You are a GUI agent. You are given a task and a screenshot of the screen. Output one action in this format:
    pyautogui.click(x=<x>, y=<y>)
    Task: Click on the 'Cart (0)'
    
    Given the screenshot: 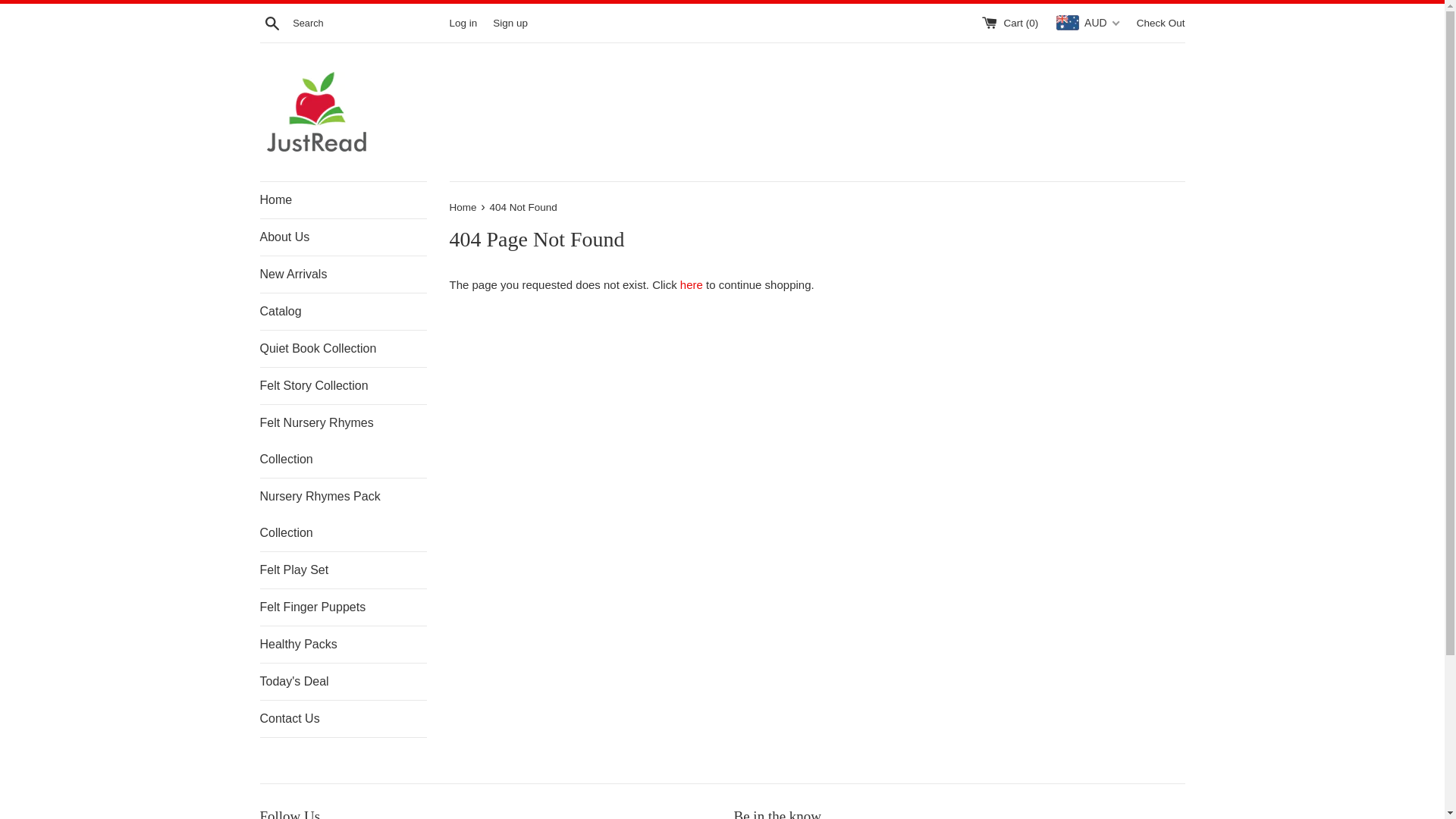 What is the action you would take?
    pyautogui.click(x=1012, y=22)
    